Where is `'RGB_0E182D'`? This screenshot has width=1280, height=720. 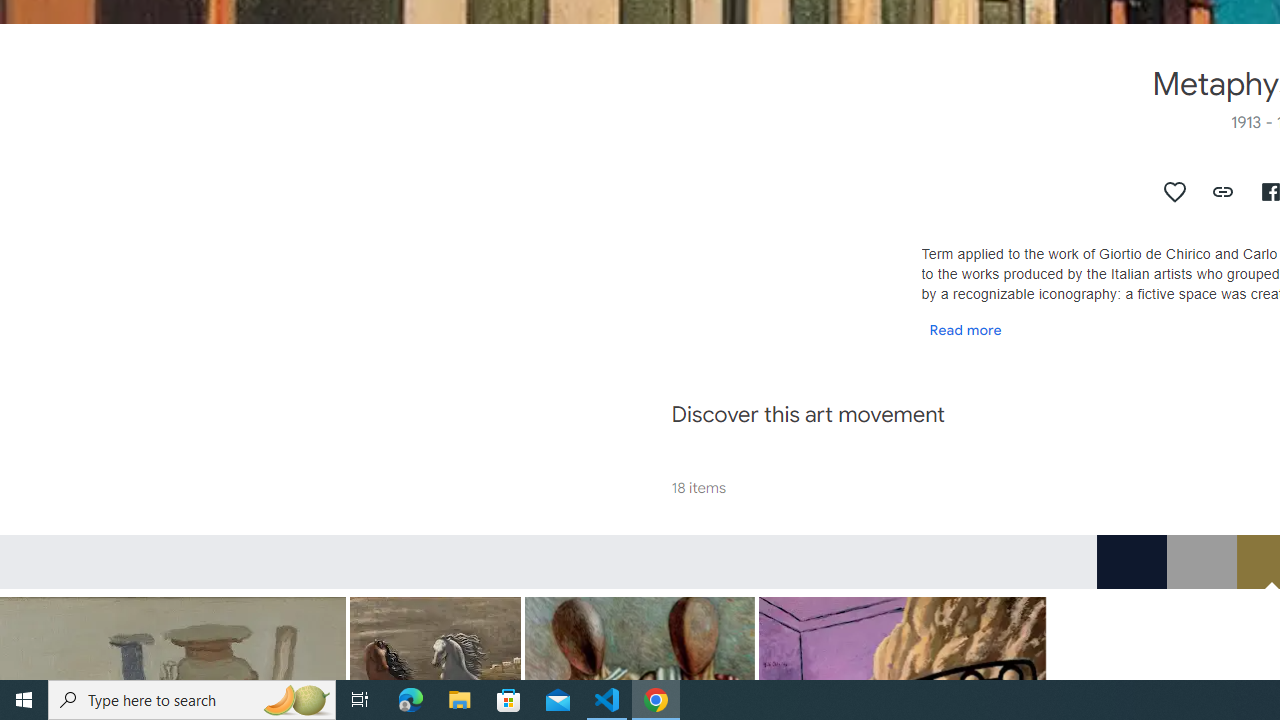 'RGB_0E182D' is located at coordinates (1131, 561).